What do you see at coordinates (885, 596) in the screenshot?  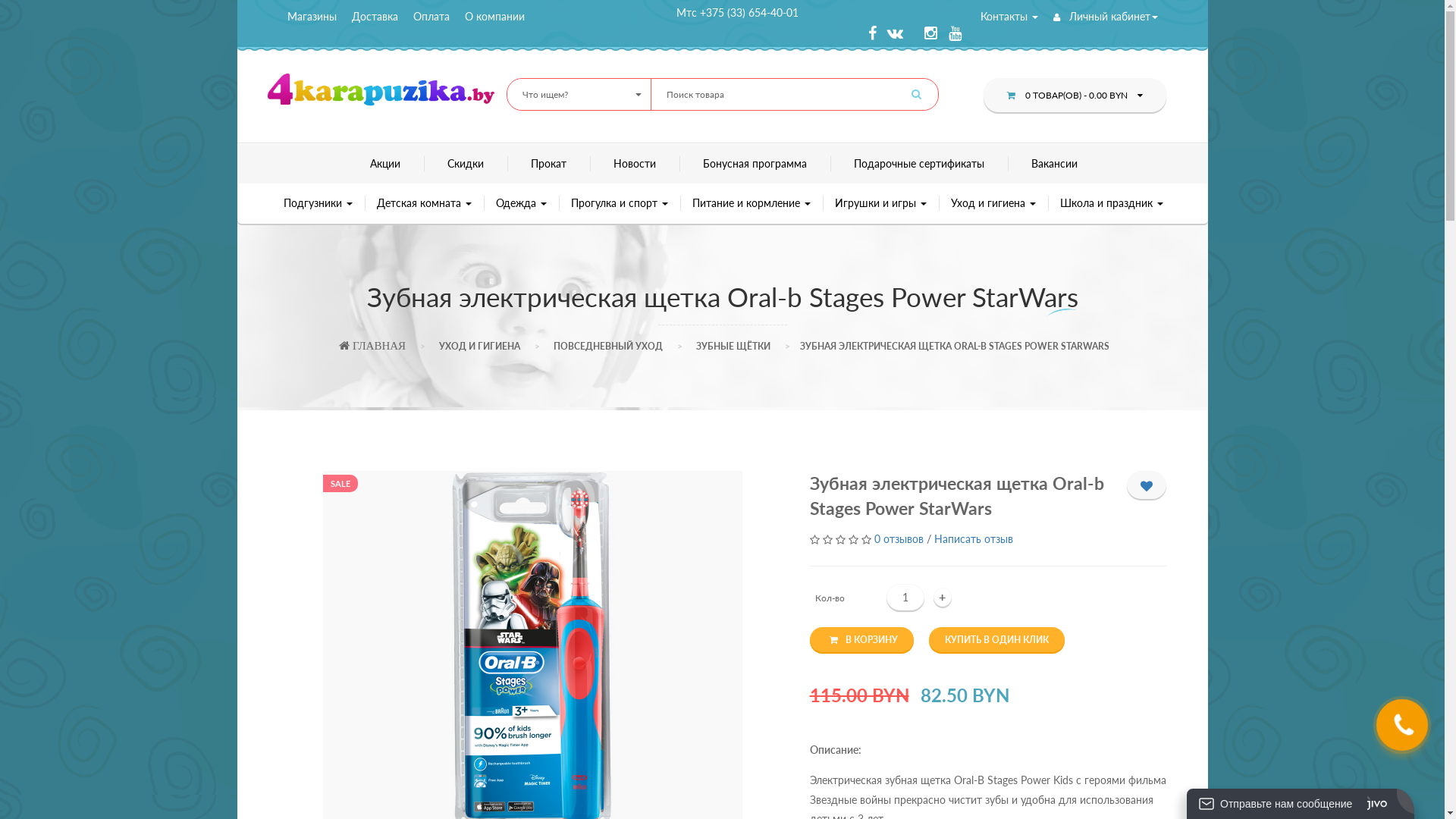 I see `'Qty'` at bounding box center [885, 596].